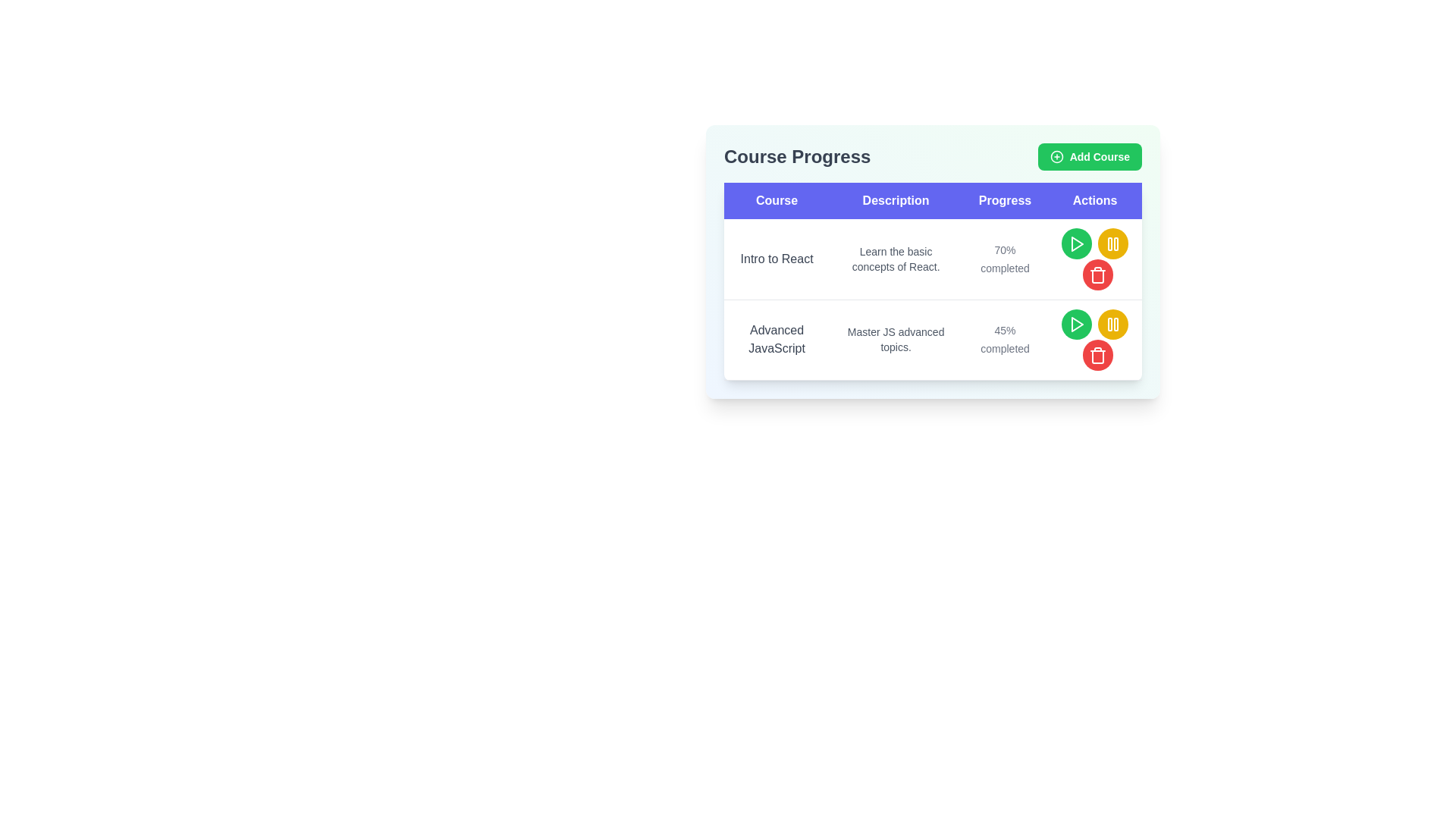  Describe the element at coordinates (1005, 339) in the screenshot. I see `the informative label indicating the progress of the 'Advanced JavaScript' course` at that location.